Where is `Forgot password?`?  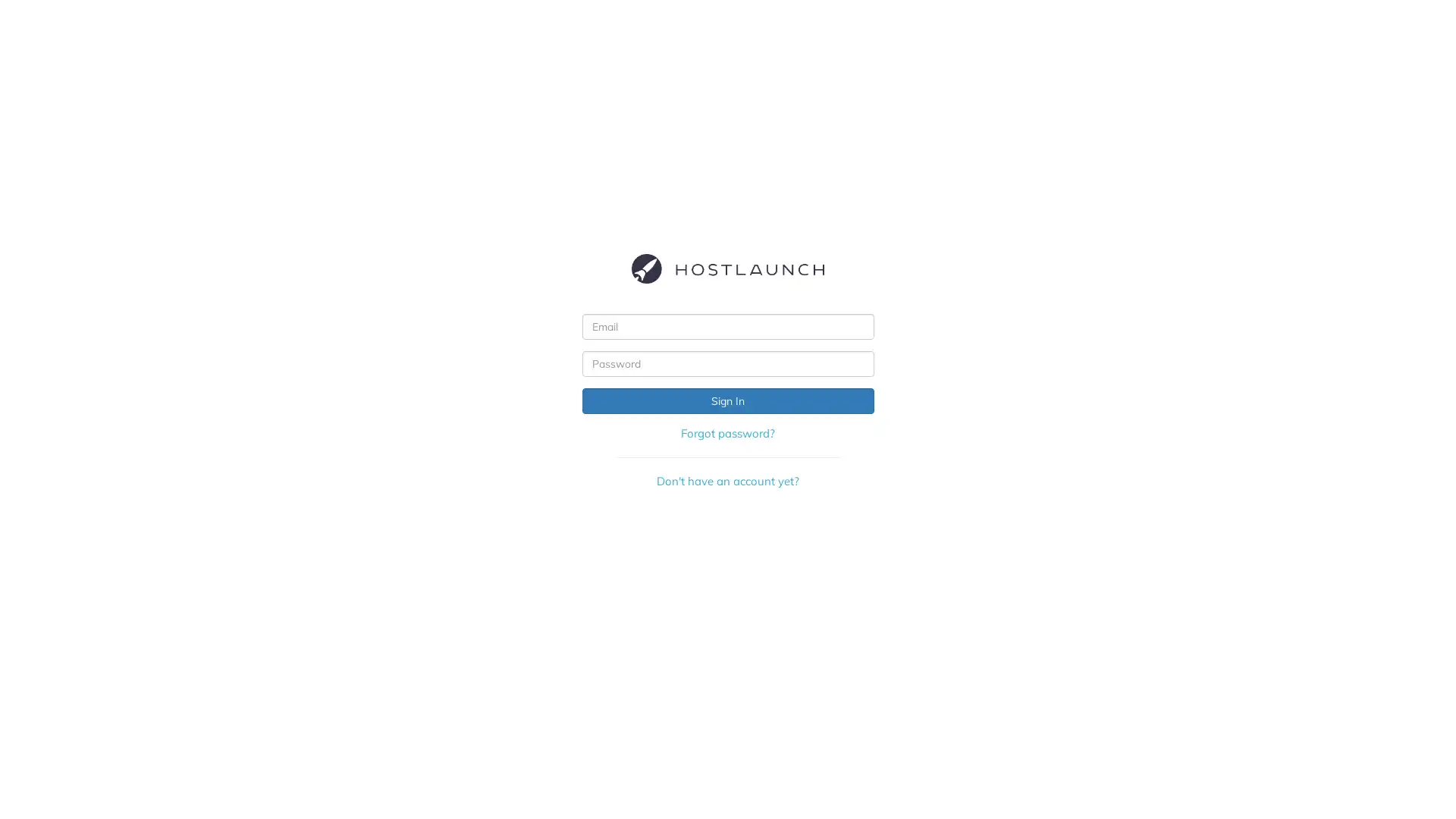 Forgot password? is located at coordinates (726, 433).